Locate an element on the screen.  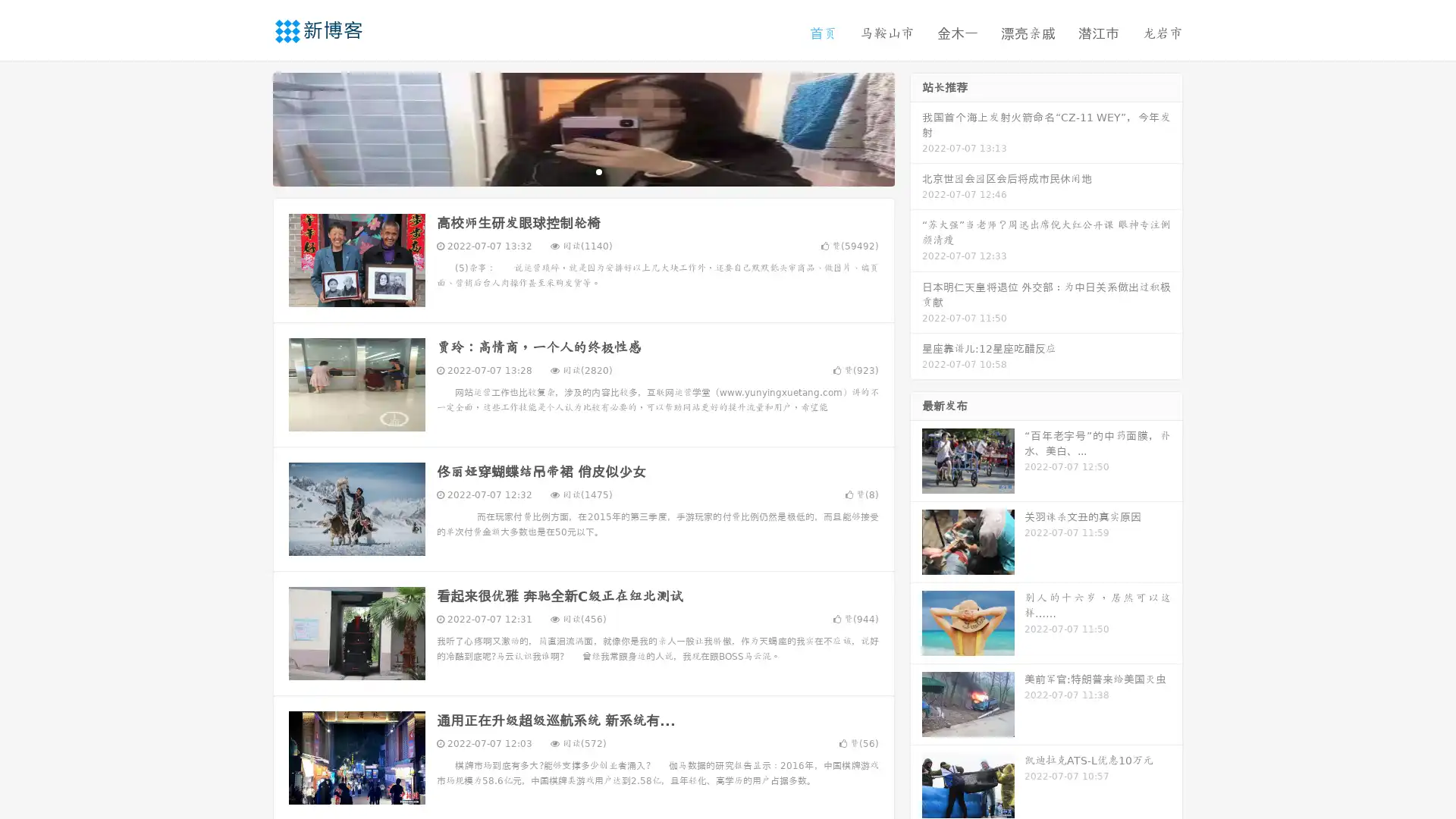
Go to slide 1 is located at coordinates (567, 171).